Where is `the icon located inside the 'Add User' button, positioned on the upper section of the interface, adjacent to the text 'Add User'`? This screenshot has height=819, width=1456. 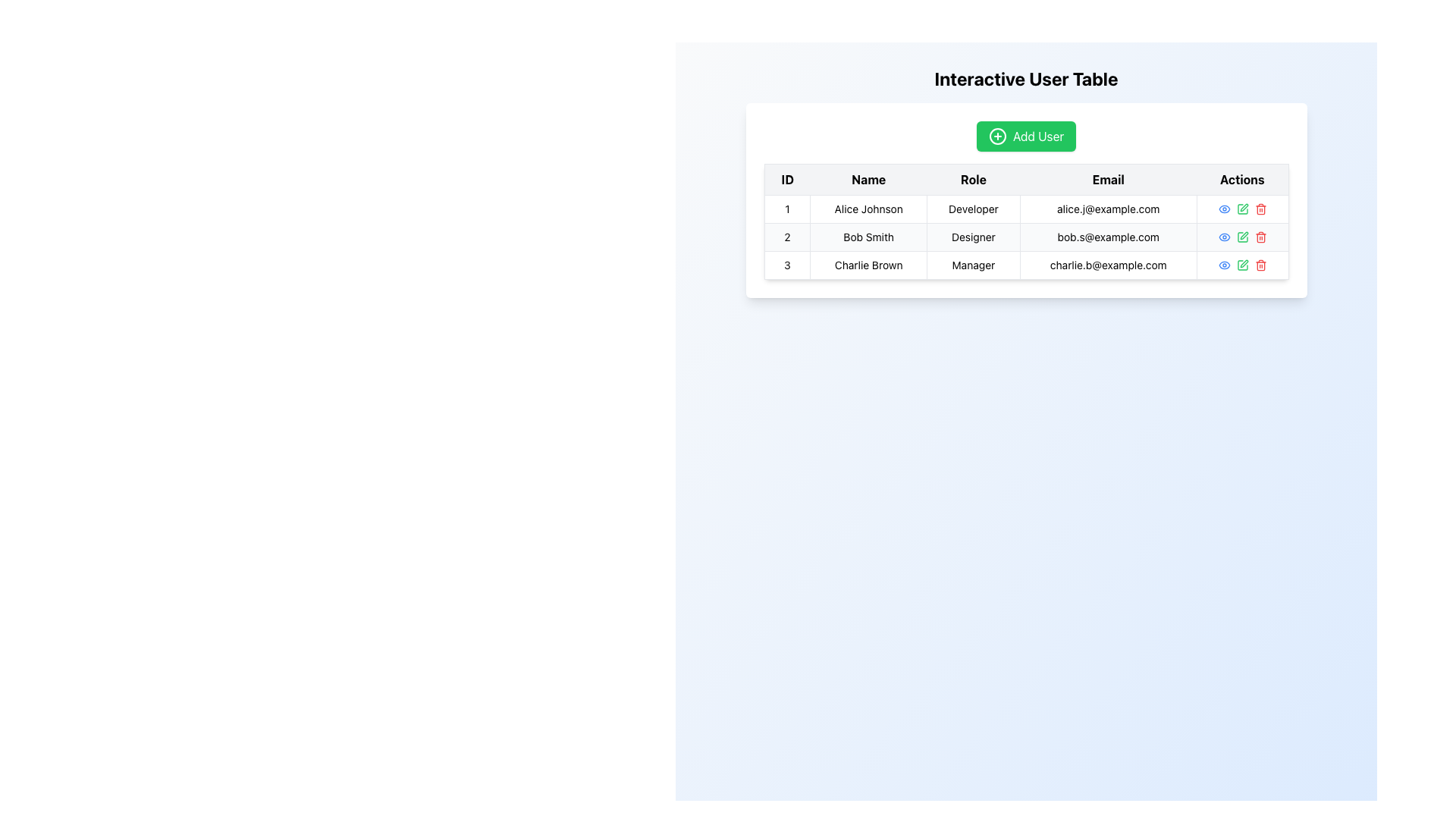 the icon located inside the 'Add User' button, positioned on the upper section of the interface, adjacent to the text 'Add User' is located at coordinates (997, 136).